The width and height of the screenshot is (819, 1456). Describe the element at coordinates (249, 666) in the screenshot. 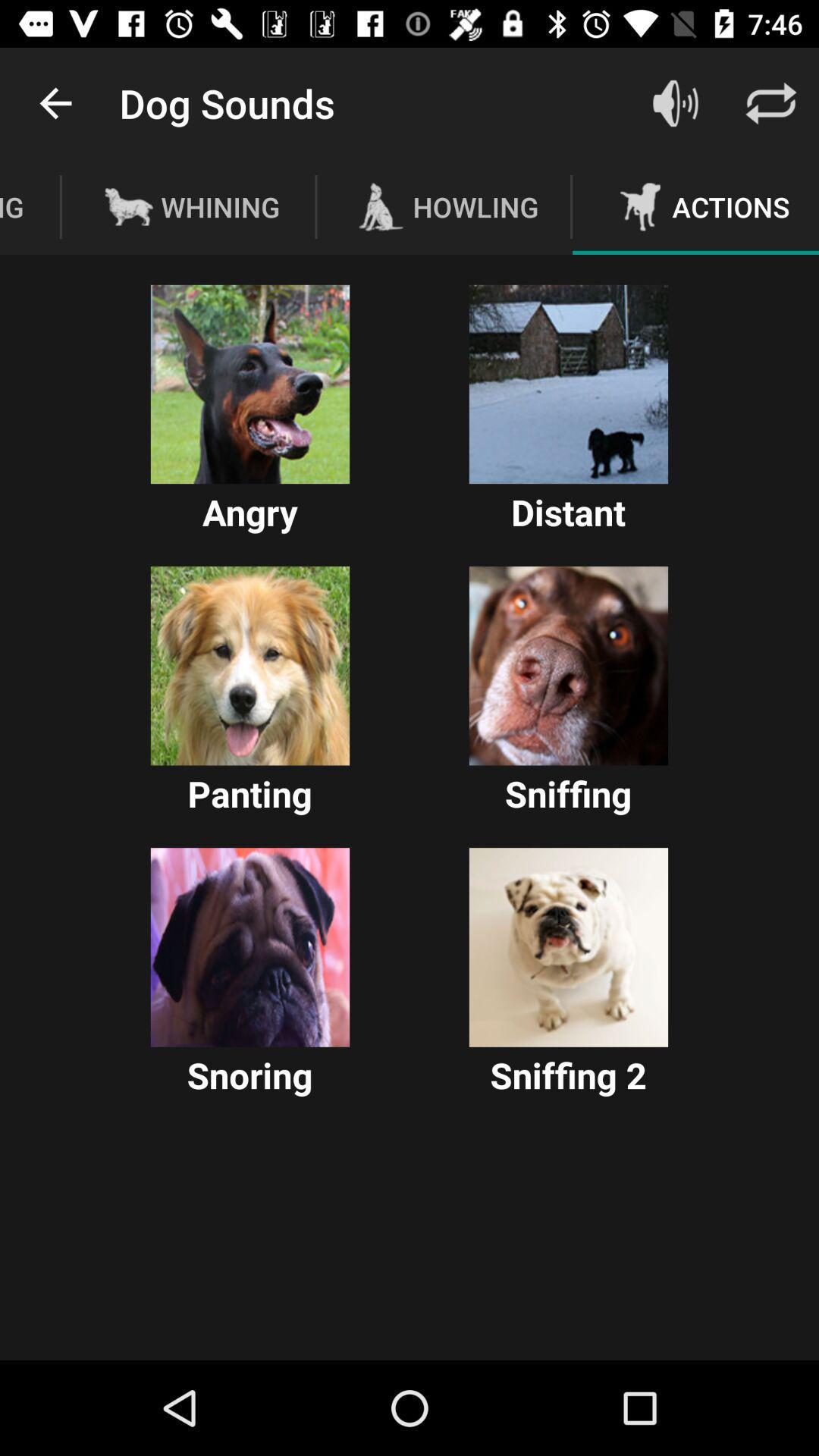

I see `panting image` at that location.